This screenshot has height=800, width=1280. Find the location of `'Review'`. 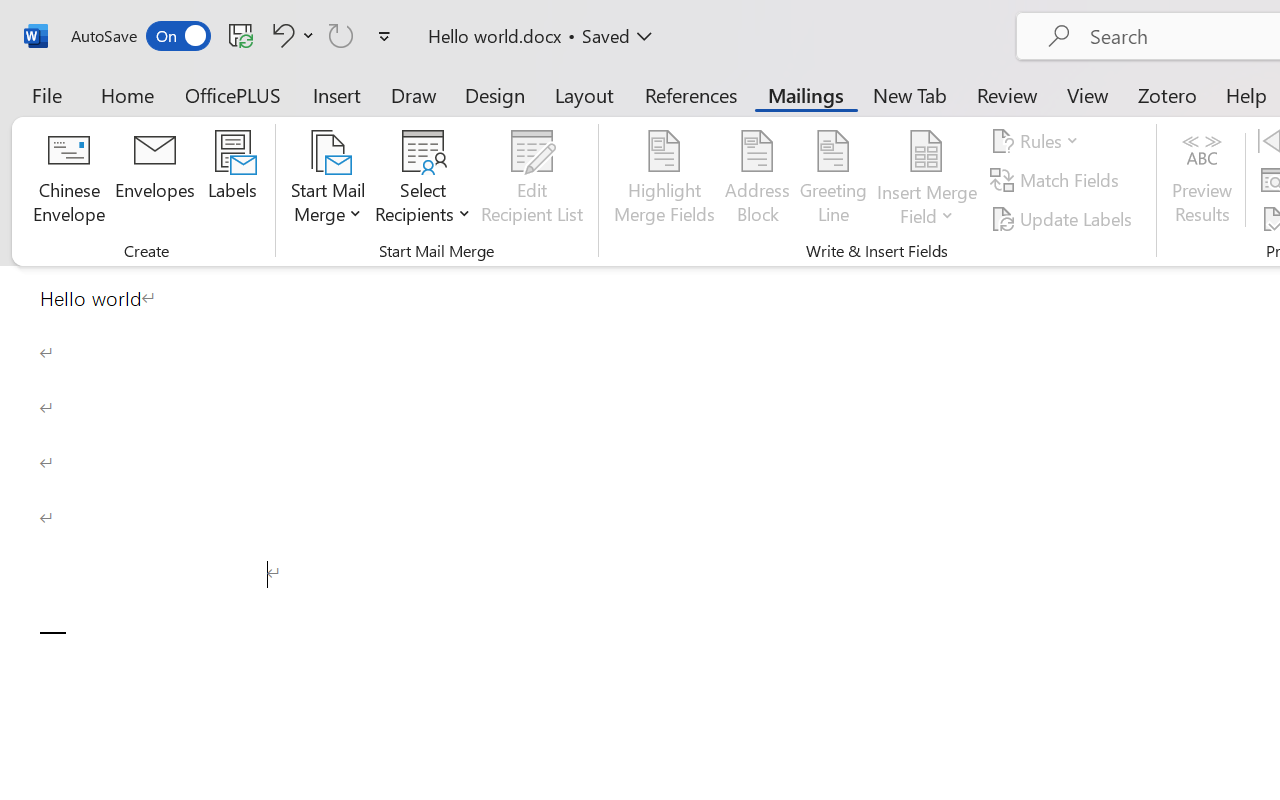

'Review' is located at coordinates (1007, 94).